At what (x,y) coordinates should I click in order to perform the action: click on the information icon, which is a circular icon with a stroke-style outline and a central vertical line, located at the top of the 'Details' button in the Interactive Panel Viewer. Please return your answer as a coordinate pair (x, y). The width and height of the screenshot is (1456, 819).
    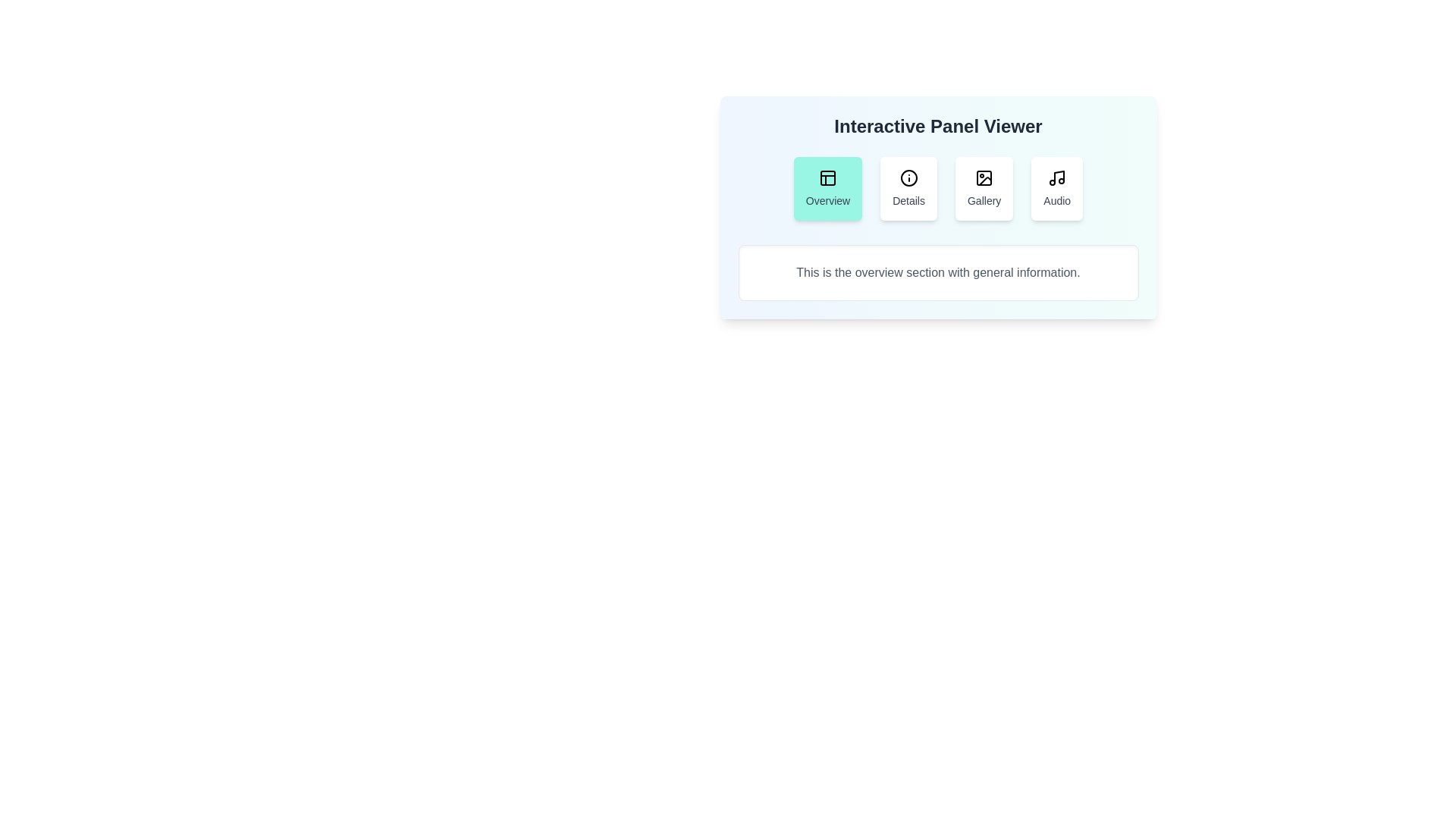
    Looking at the image, I should click on (908, 177).